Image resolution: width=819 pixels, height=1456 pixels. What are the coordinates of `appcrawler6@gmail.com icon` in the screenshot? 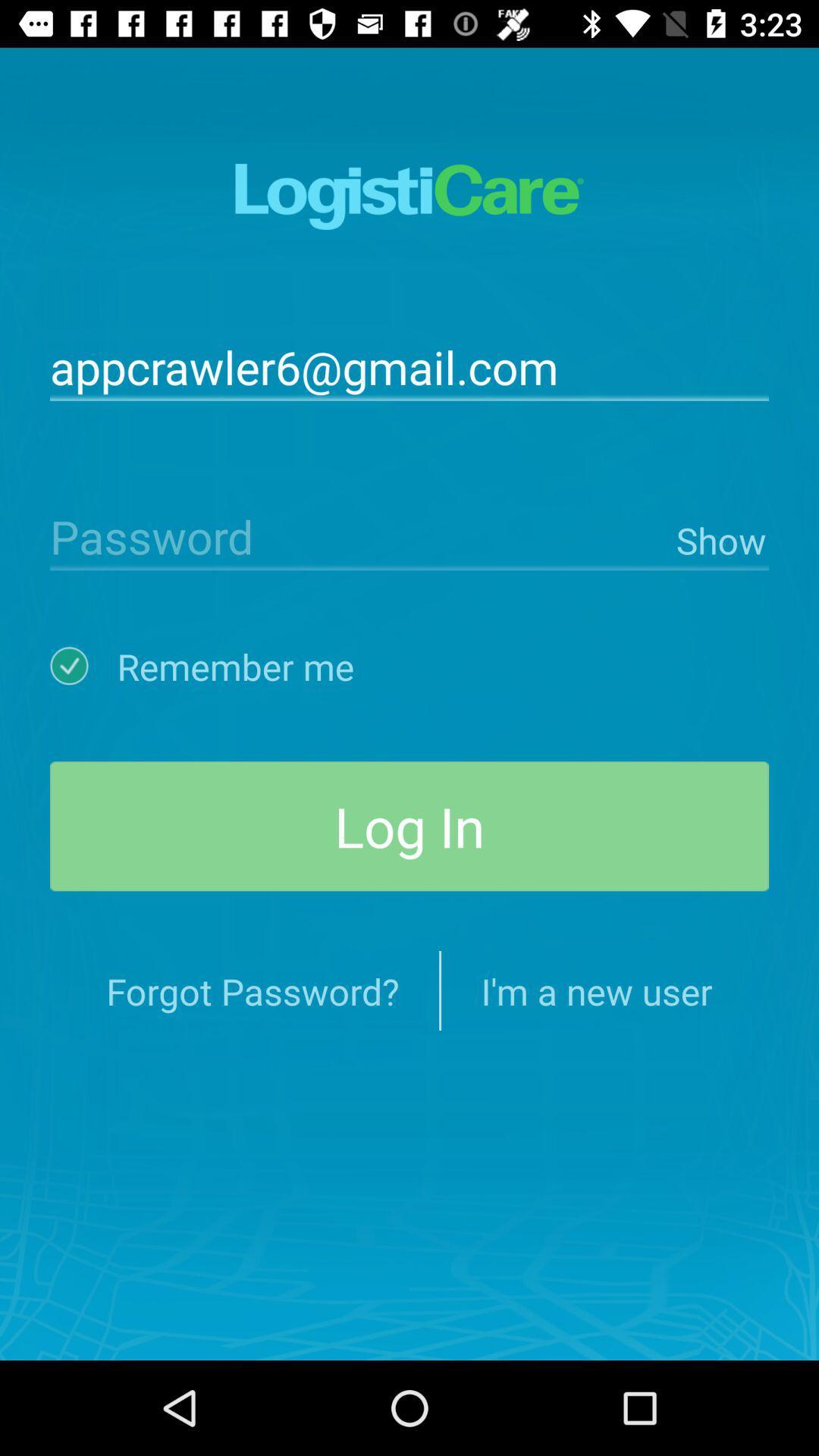 It's located at (409, 366).